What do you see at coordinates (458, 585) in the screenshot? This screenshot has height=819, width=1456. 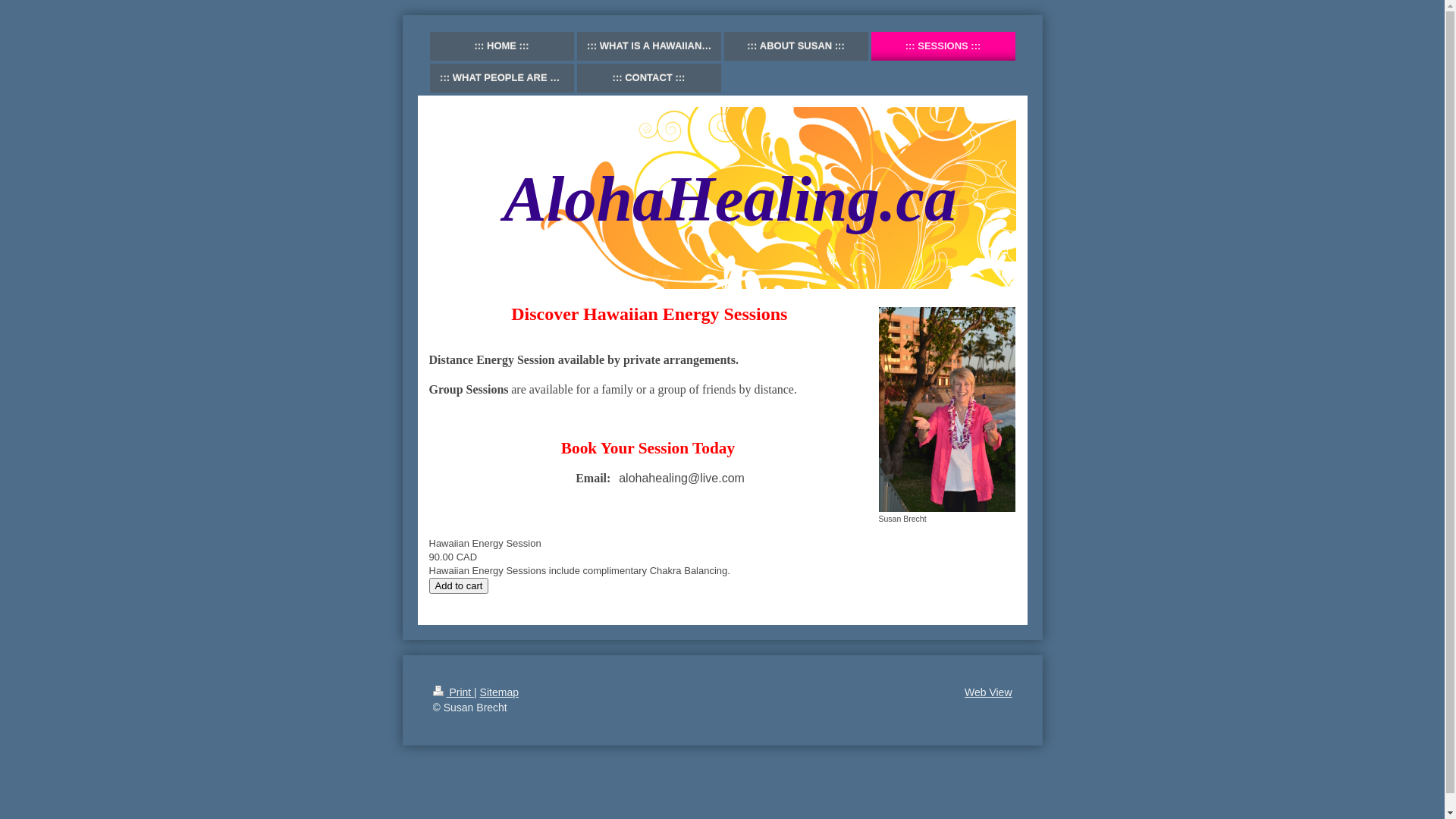 I see `'Add to cart'` at bounding box center [458, 585].